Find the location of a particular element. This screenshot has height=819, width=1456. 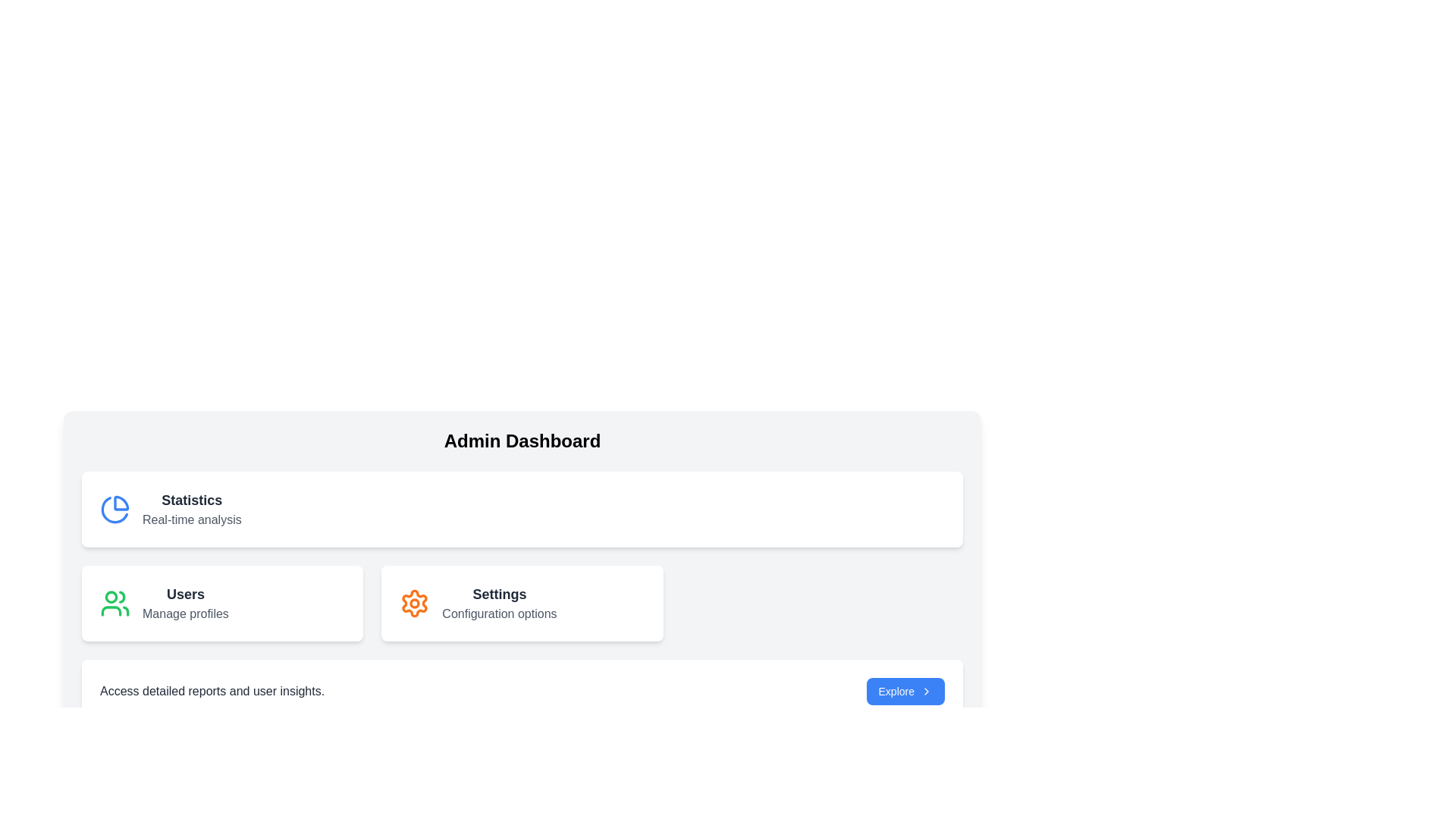

the 'Users' icon located in the dashboard card that represents user management options is located at coordinates (115, 602).